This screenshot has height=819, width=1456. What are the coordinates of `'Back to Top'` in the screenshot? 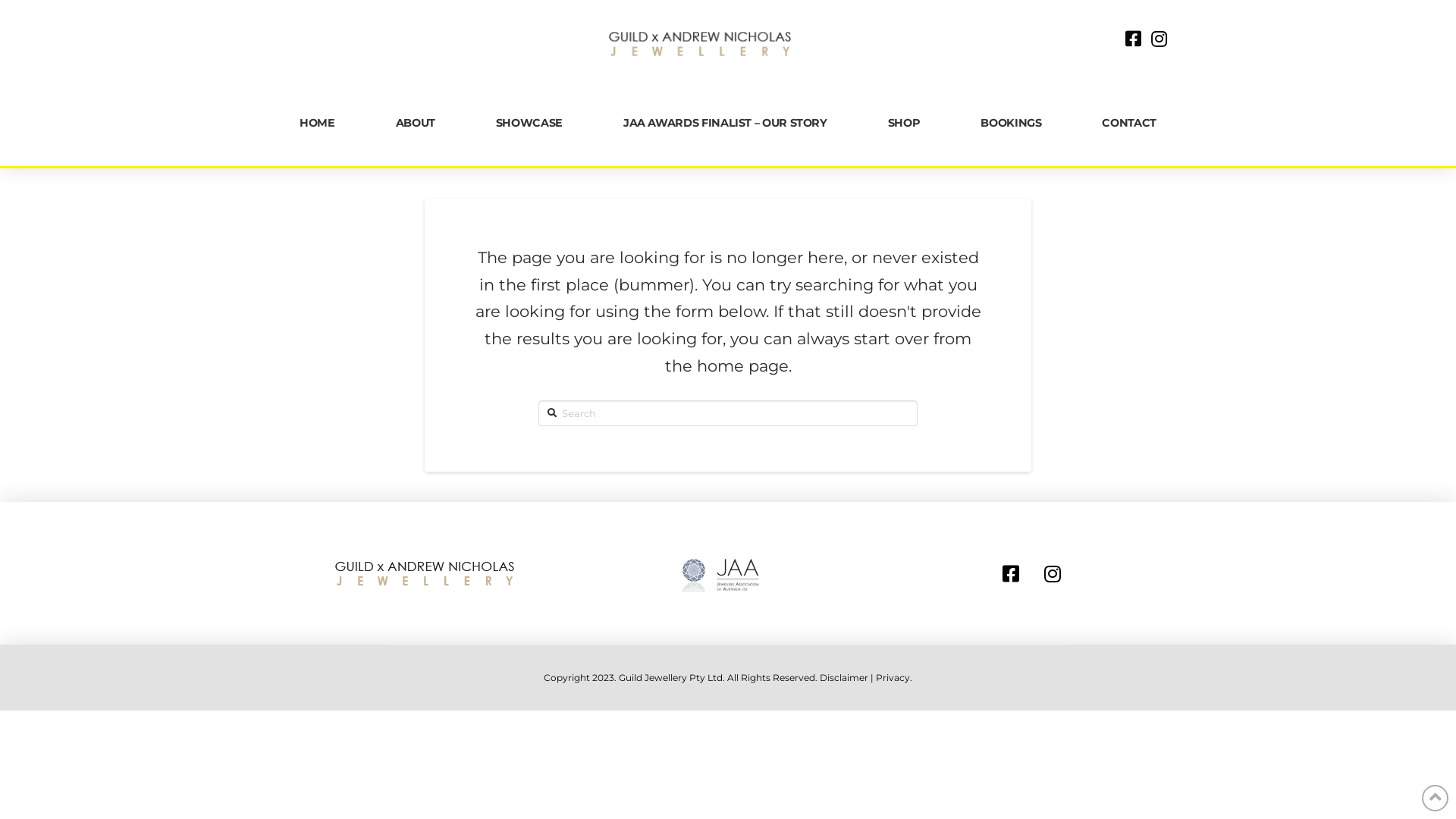 It's located at (1434, 797).